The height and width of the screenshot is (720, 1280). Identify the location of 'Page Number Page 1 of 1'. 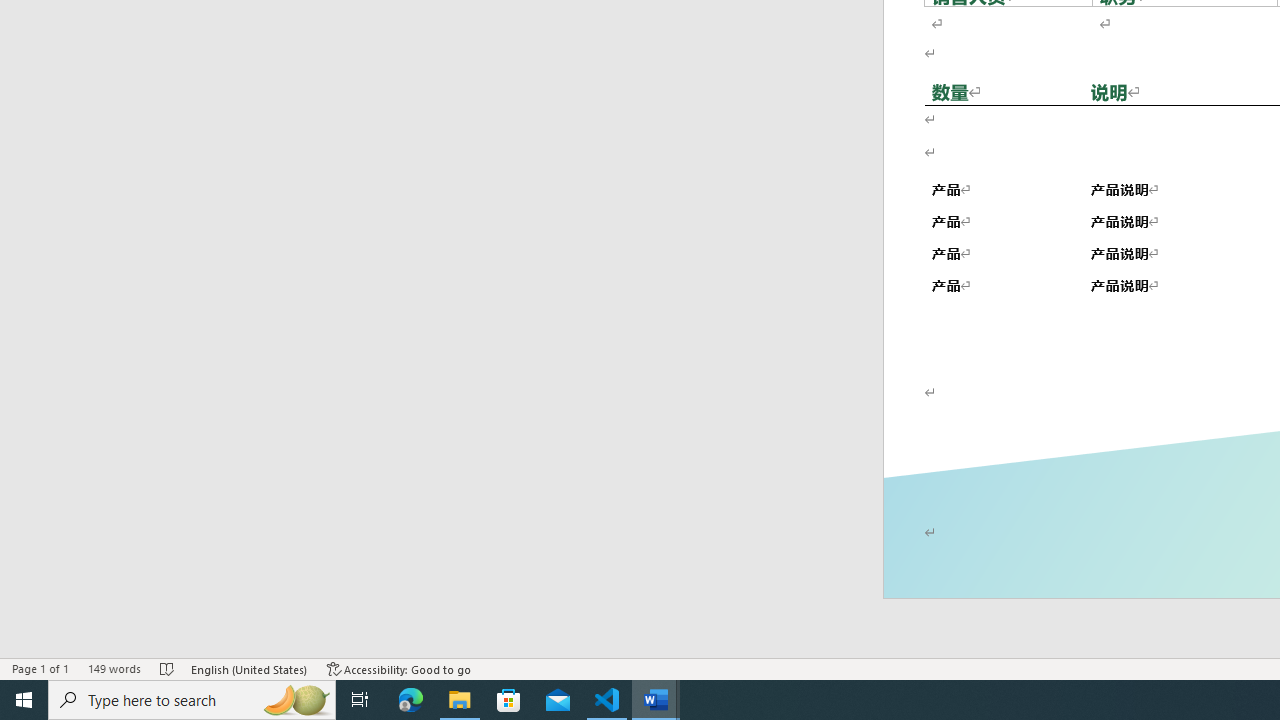
(40, 669).